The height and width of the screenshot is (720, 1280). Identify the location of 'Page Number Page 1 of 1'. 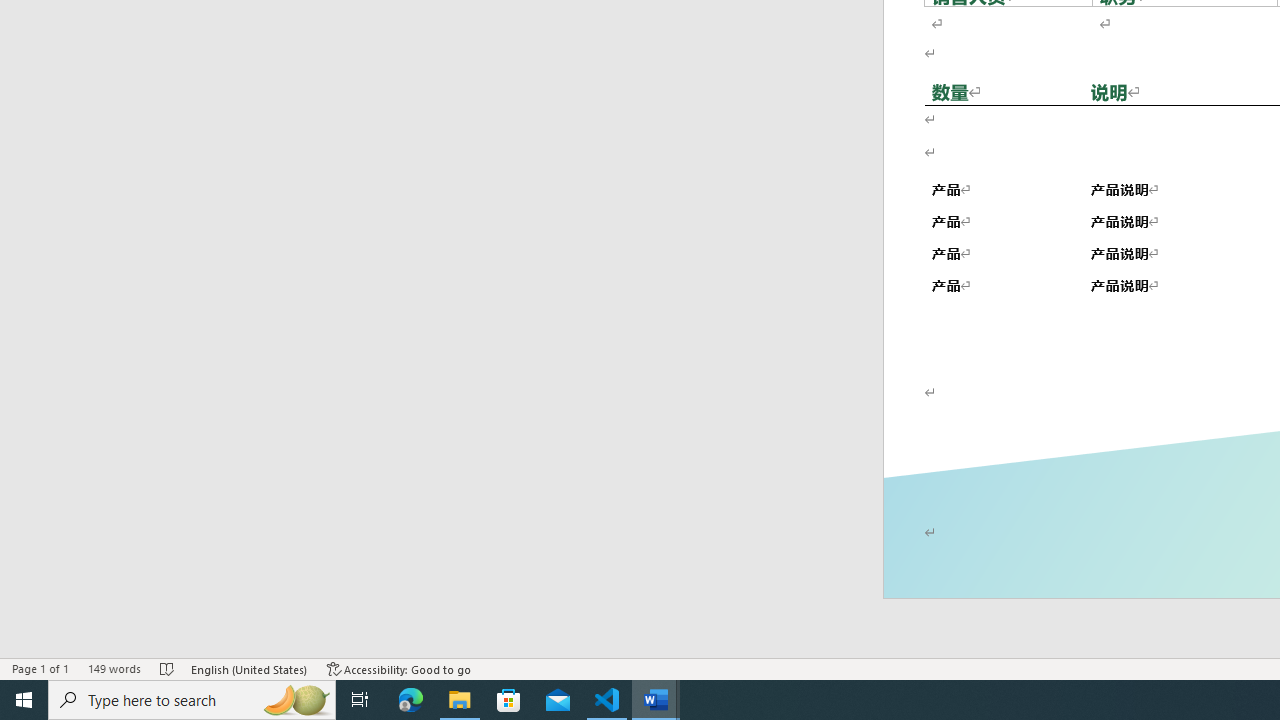
(40, 669).